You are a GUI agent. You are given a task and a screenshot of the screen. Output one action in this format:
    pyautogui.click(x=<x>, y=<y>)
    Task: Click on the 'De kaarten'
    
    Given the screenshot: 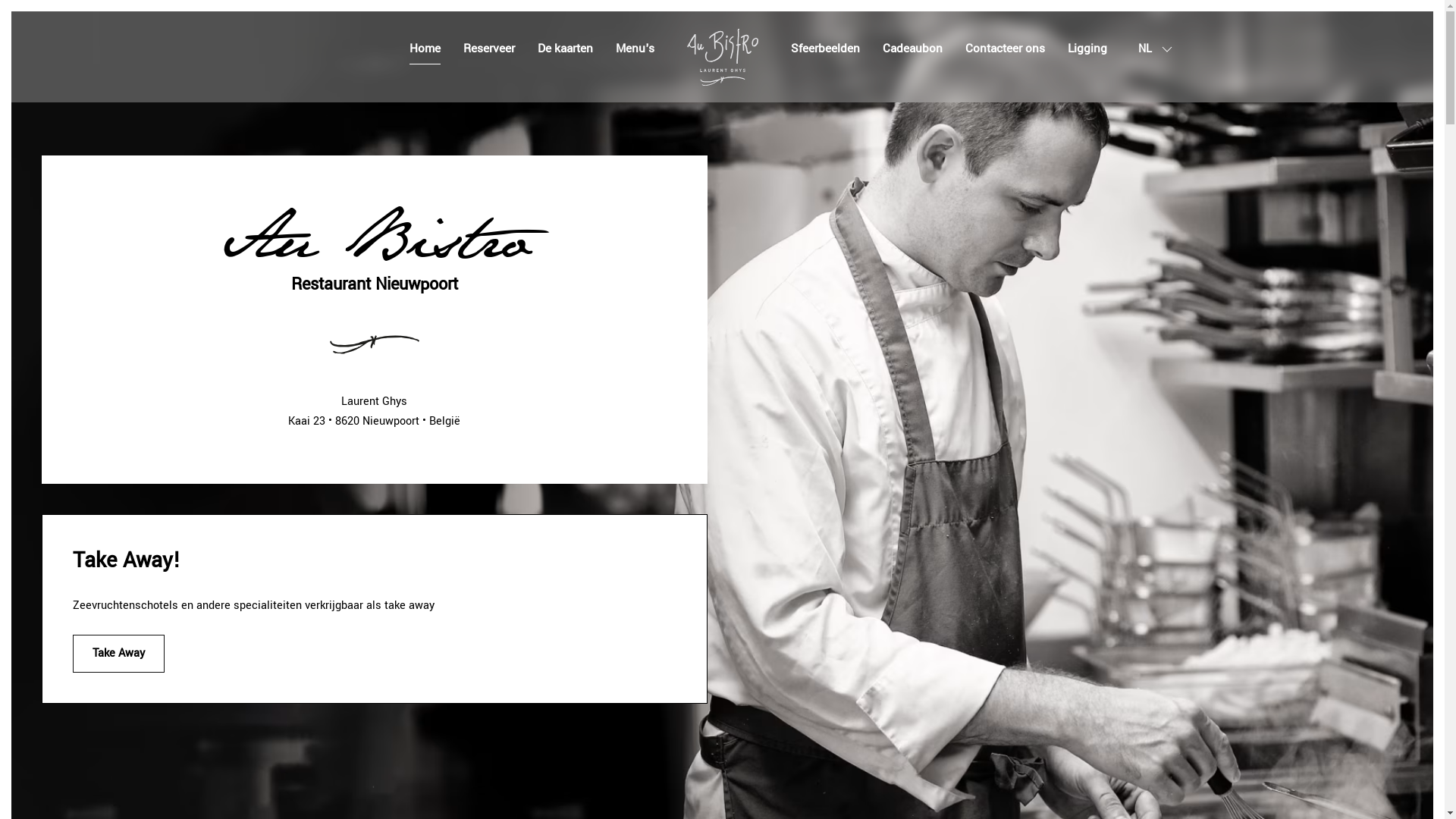 What is the action you would take?
    pyautogui.click(x=563, y=49)
    